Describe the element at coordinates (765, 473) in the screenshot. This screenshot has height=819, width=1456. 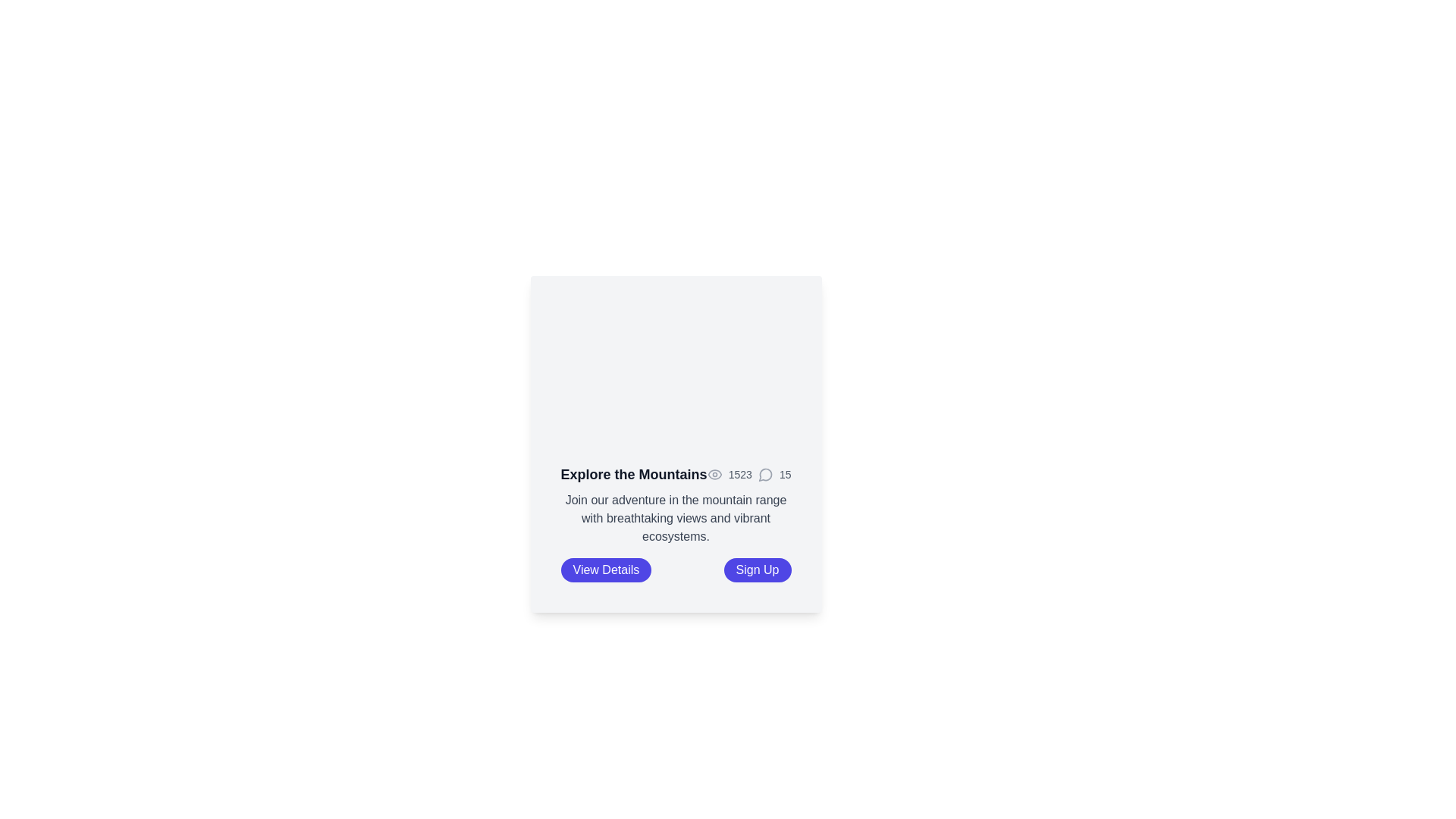
I see `the speech bubble icon, which is light gray and minimalistic, located immediately to the right of the text '1523' in the top section of the card` at that location.